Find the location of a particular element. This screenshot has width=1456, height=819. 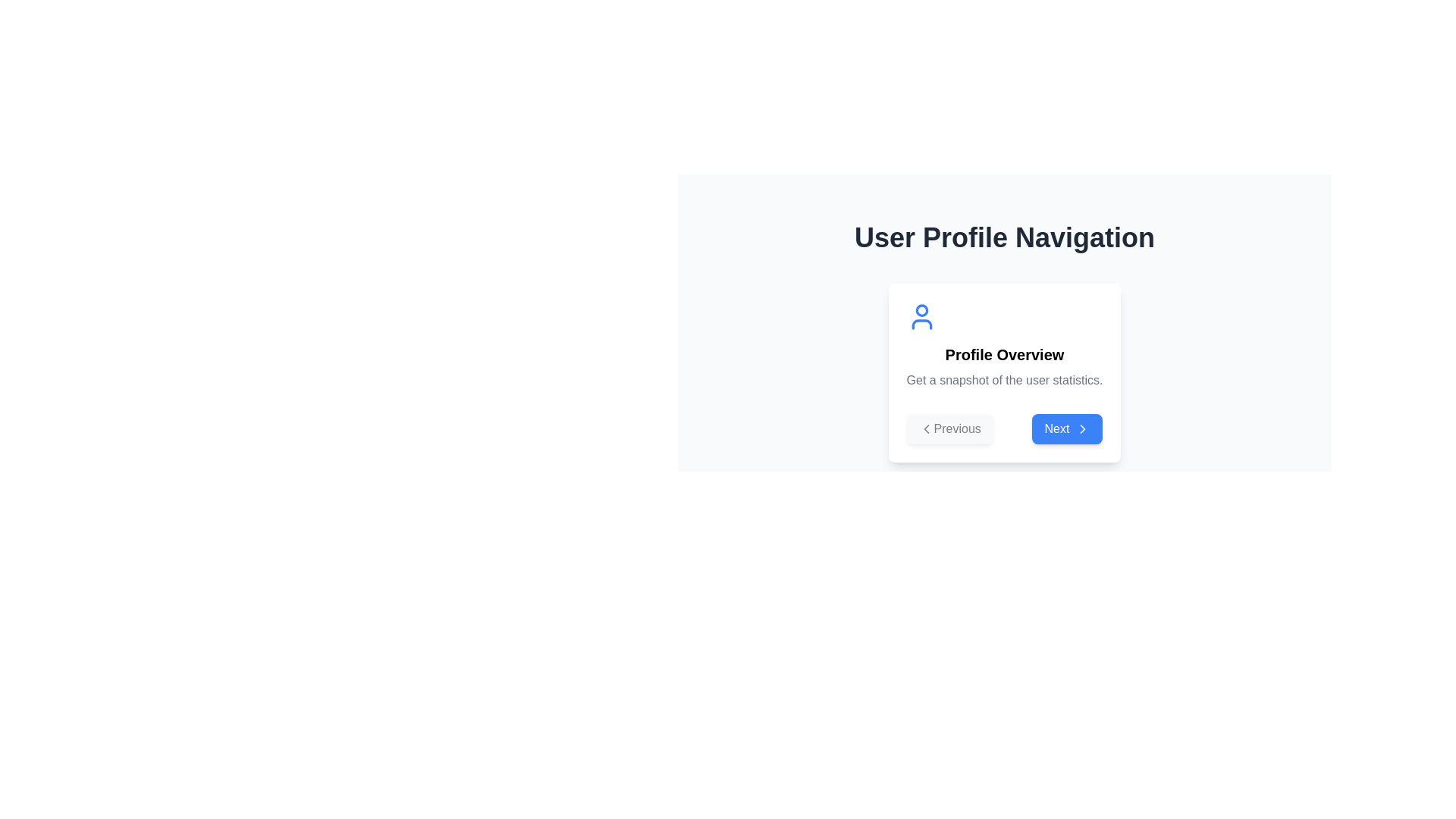

the small left-pointing chevron icon inside the 'Previous' button is located at coordinates (924, 429).